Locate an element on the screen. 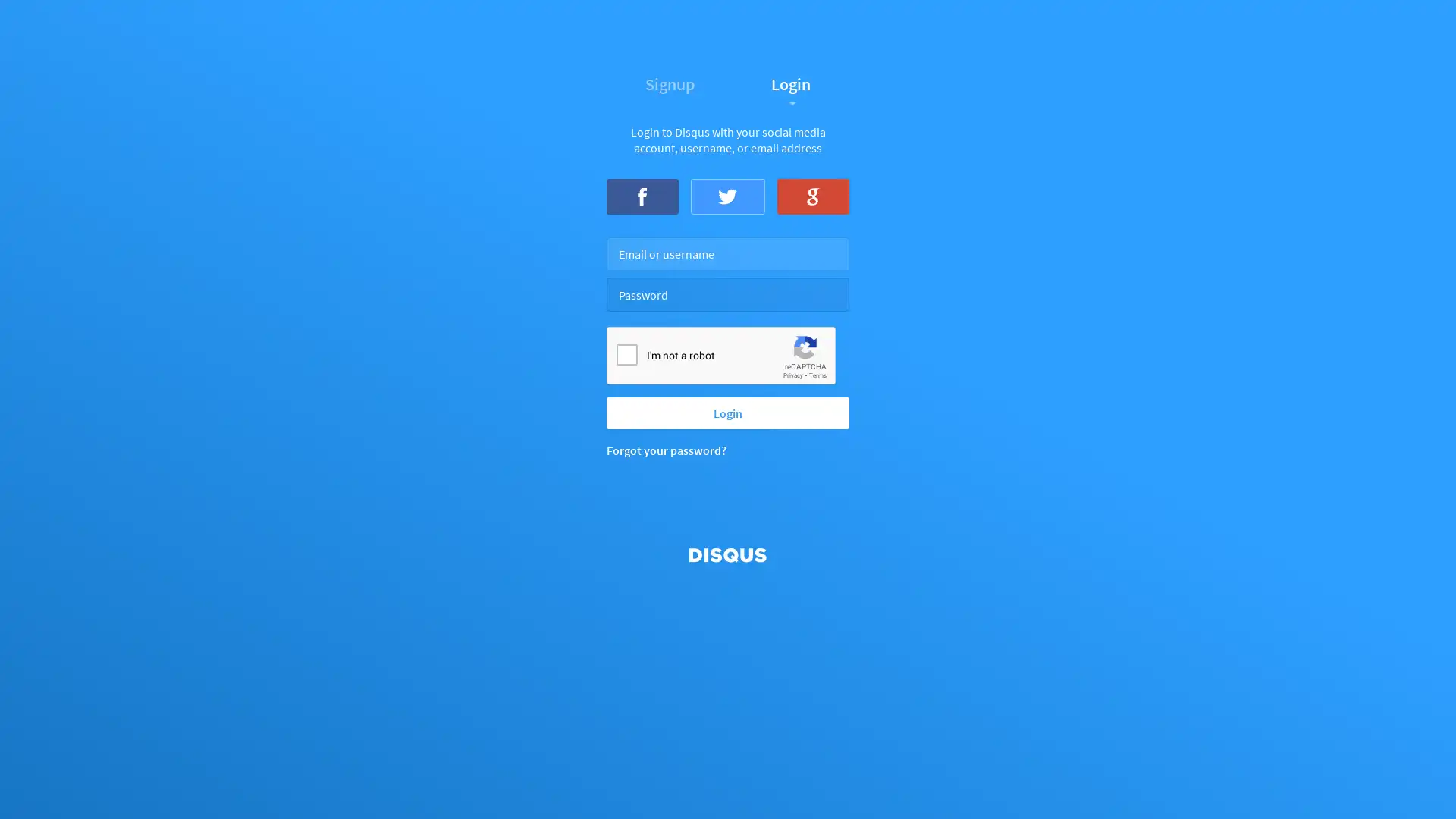  Facebook is located at coordinates (642, 195).